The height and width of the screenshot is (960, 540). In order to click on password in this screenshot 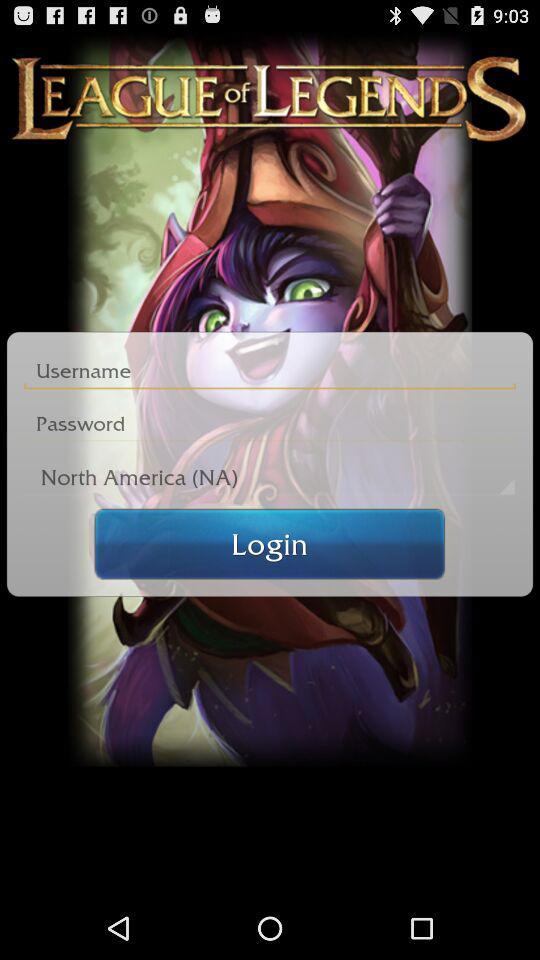, I will do `click(270, 423)`.